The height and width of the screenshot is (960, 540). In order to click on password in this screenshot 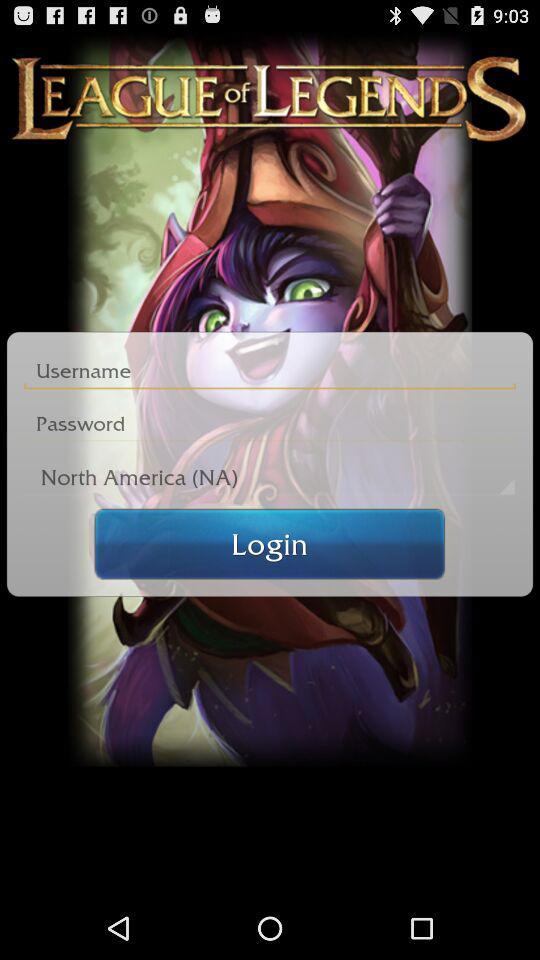, I will do `click(270, 423)`.